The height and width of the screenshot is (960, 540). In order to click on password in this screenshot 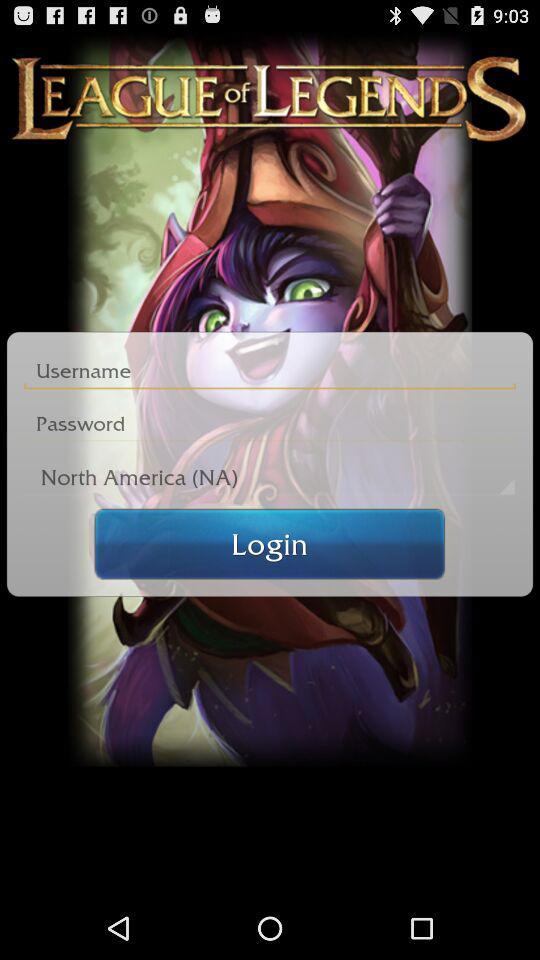, I will do `click(270, 423)`.